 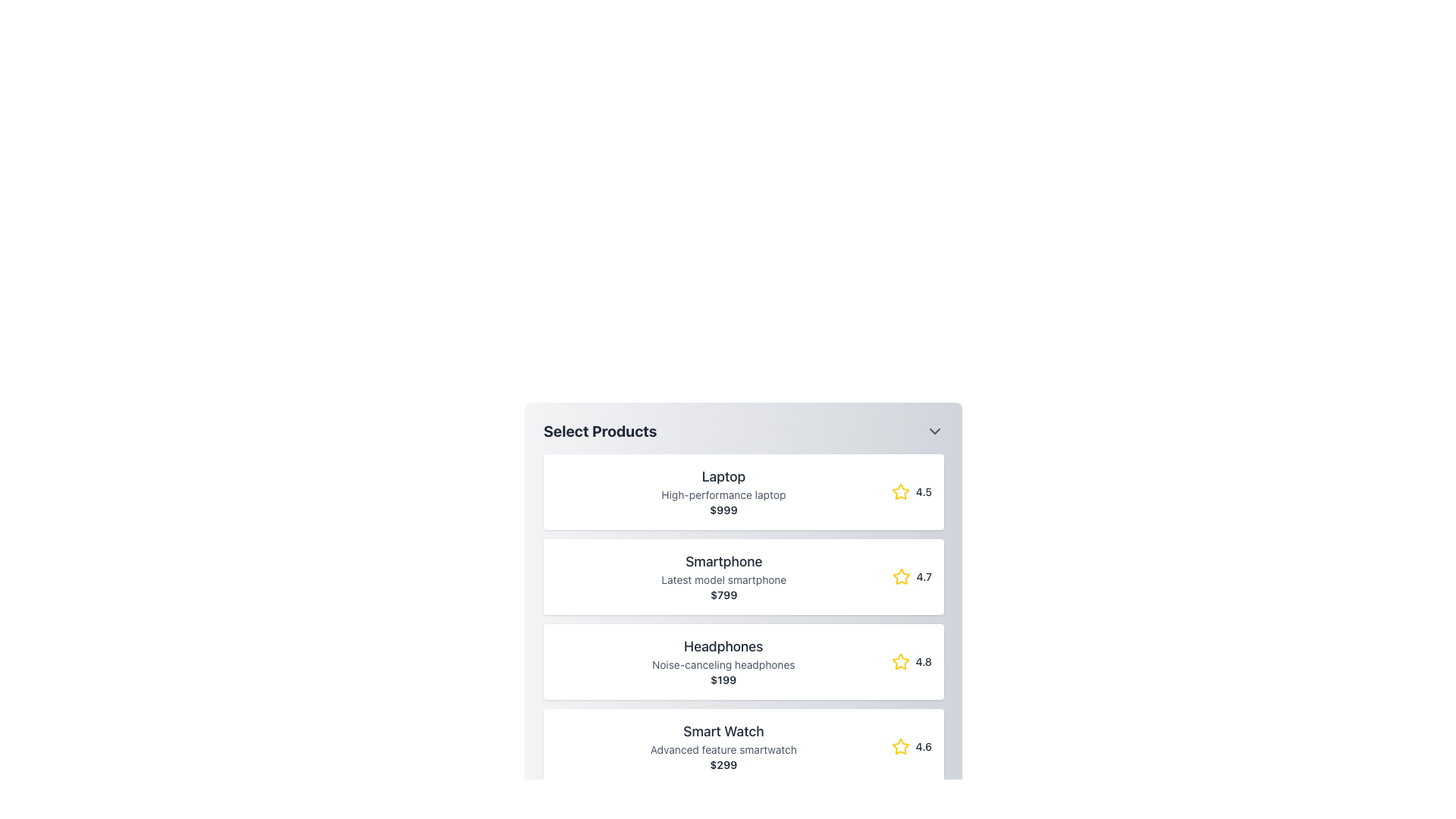 What do you see at coordinates (900, 745) in the screenshot?
I see `the star icon representing the rating for the 'Smart Watch' product, which is located to the right of the product title, subtitle, and price` at bounding box center [900, 745].